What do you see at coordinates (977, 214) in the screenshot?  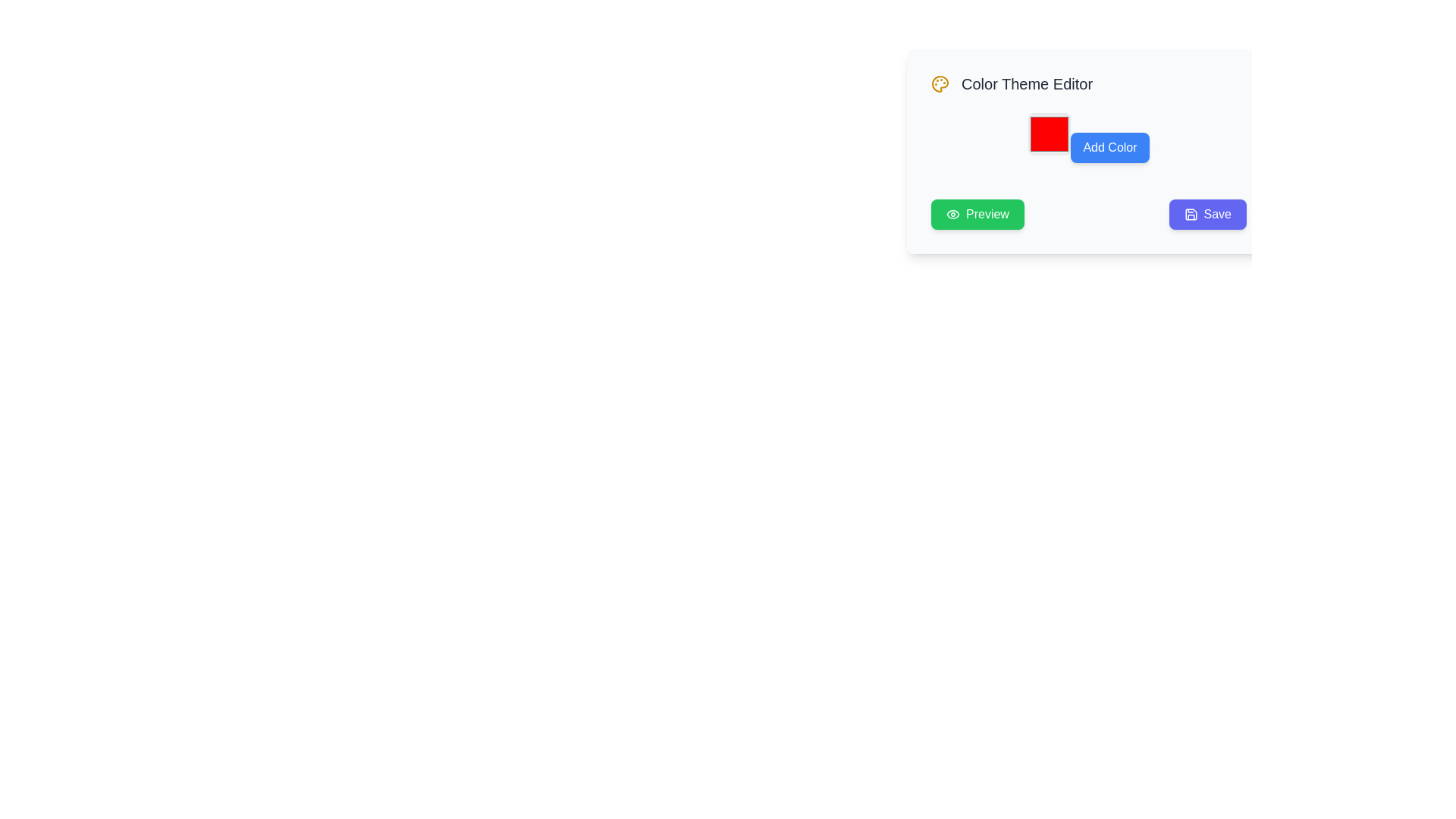 I see `the green 'Preview' button with rounded corners` at bounding box center [977, 214].